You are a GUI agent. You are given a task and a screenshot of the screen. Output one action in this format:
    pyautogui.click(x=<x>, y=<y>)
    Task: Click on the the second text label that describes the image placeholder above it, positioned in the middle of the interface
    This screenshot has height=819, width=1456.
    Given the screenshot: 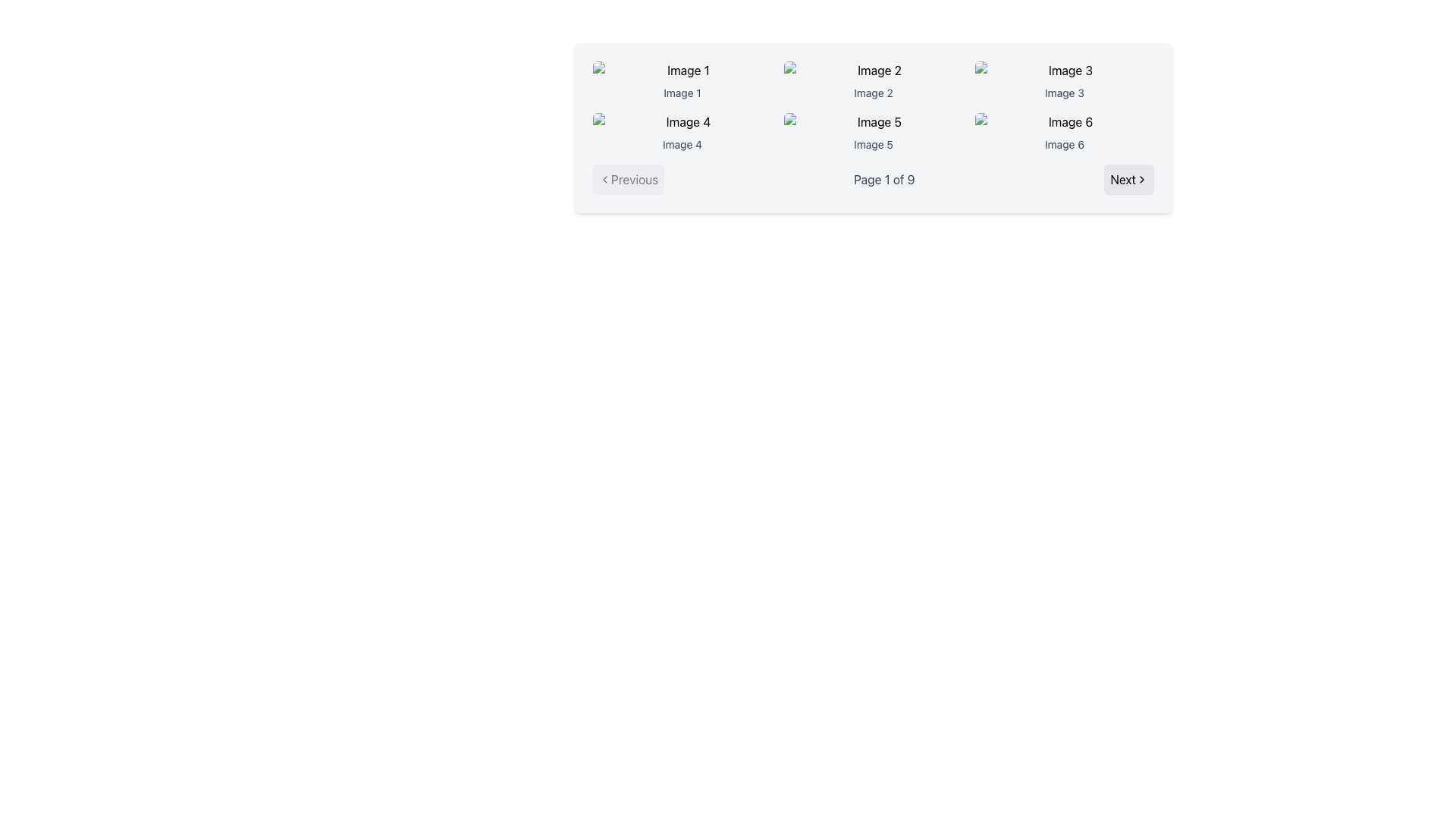 What is the action you would take?
    pyautogui.click(x=874, y=93)
    